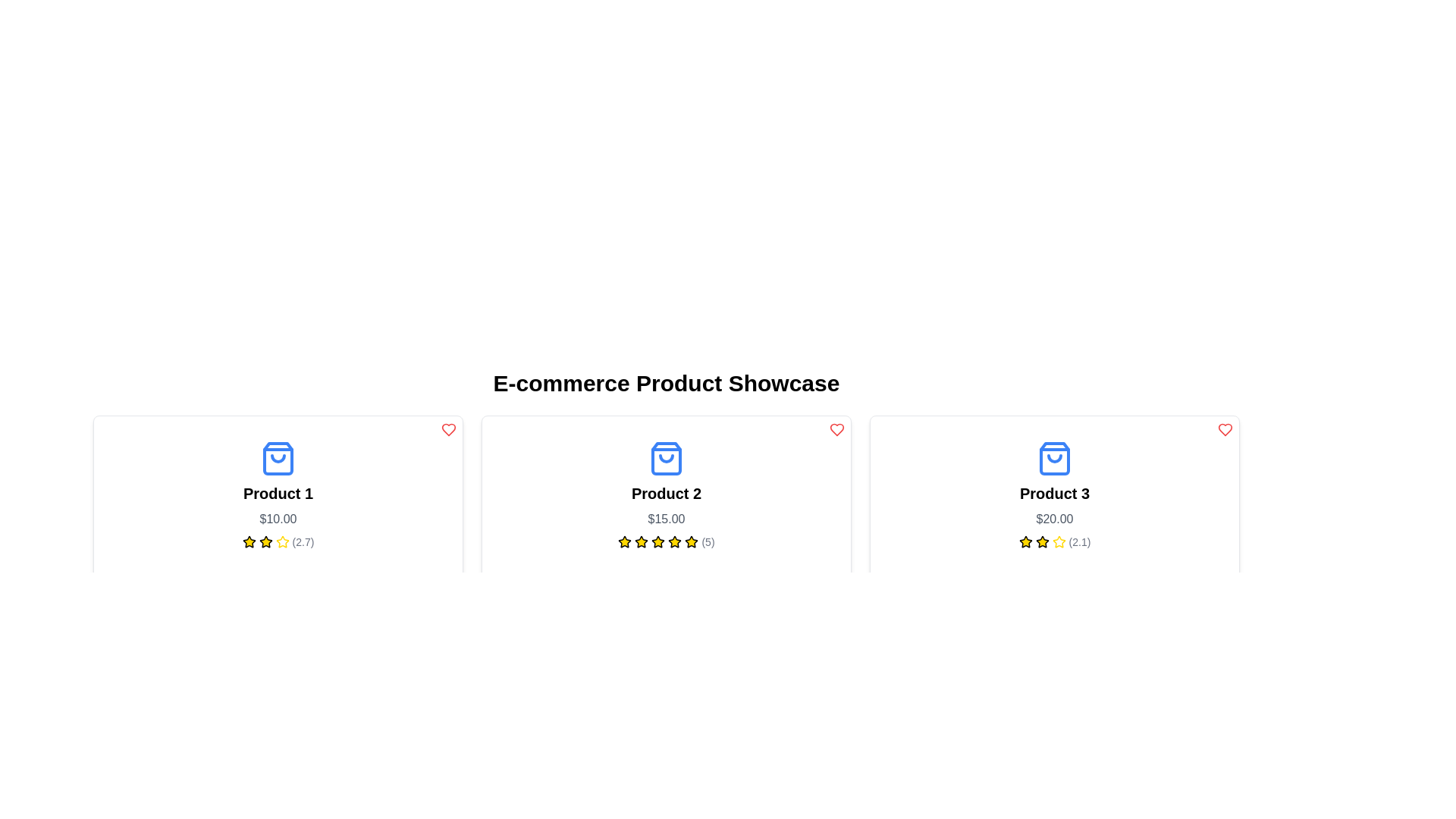  What do you see at coordinates (708, 541) in the screenshot?
I see `the informational text label that indicates the total number of reviews for the associated product, located in the middle product card below the product name and price, and to the right of the five yellow star icons` at bounding box center [708, 541].